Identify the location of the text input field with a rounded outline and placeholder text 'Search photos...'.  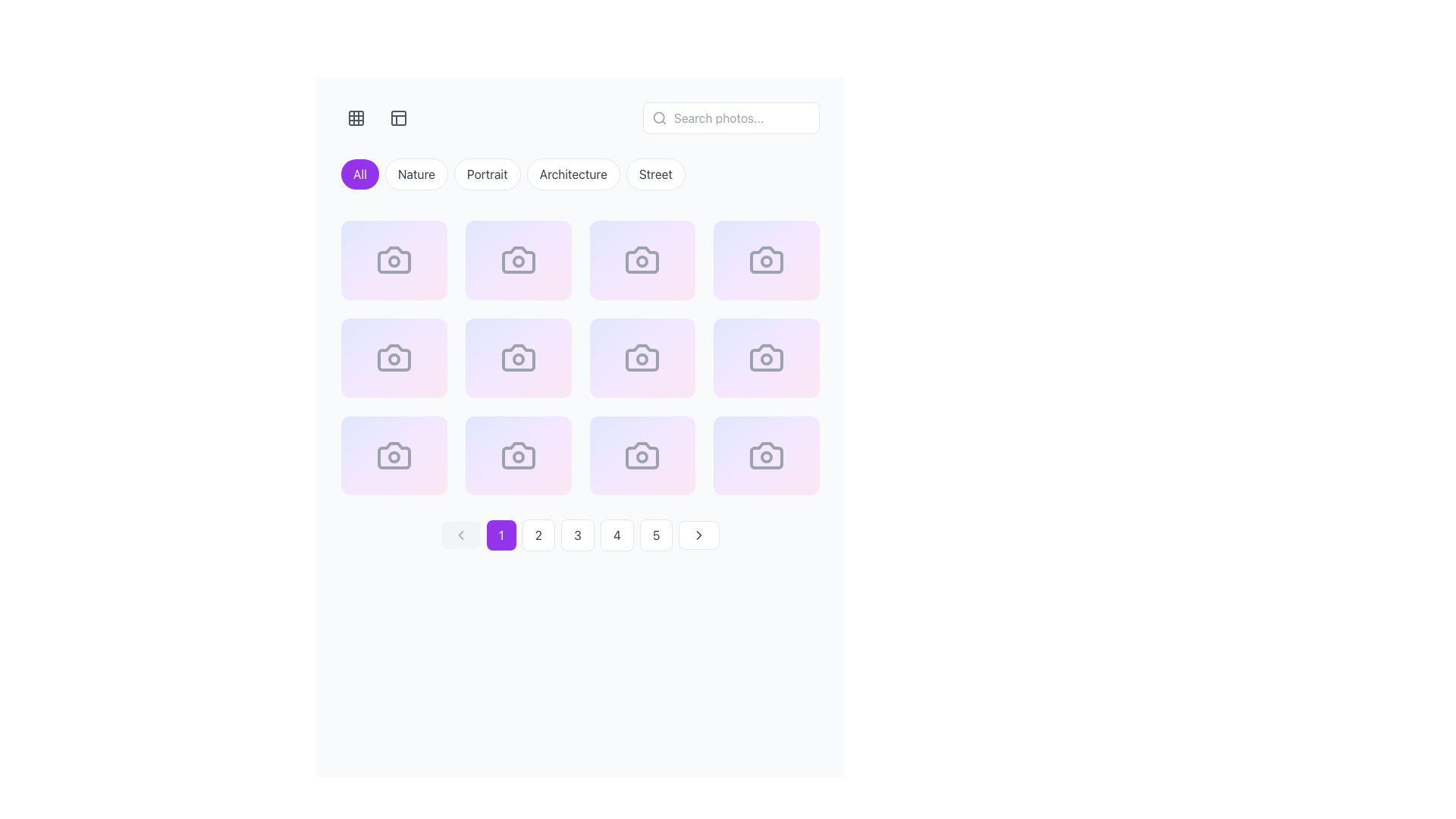
(731, 117).